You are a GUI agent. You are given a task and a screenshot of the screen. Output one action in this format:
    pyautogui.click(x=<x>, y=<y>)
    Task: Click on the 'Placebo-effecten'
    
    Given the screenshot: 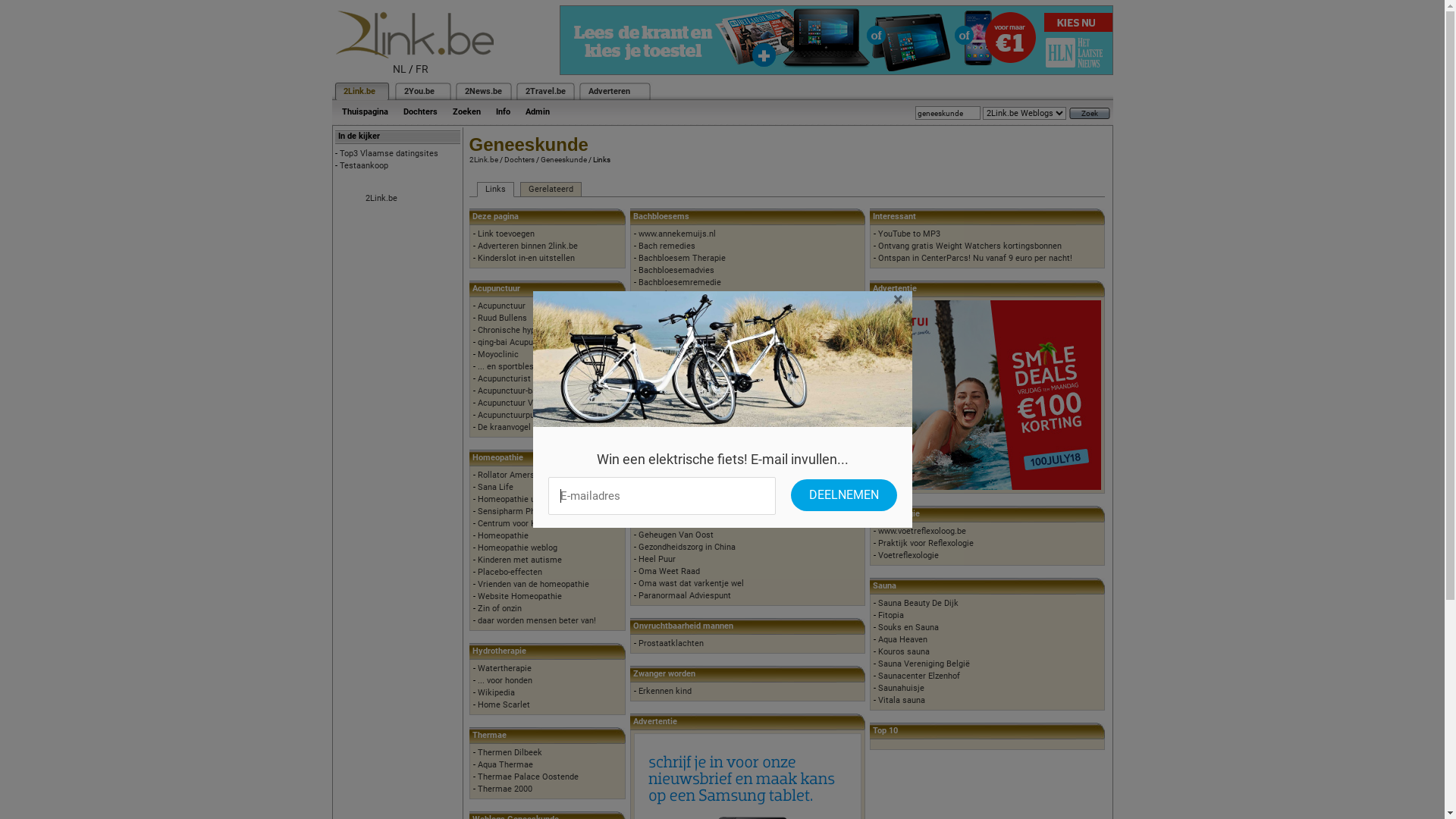 What is the action you would take?
    pyautogui.click(x=476, y=572)
    